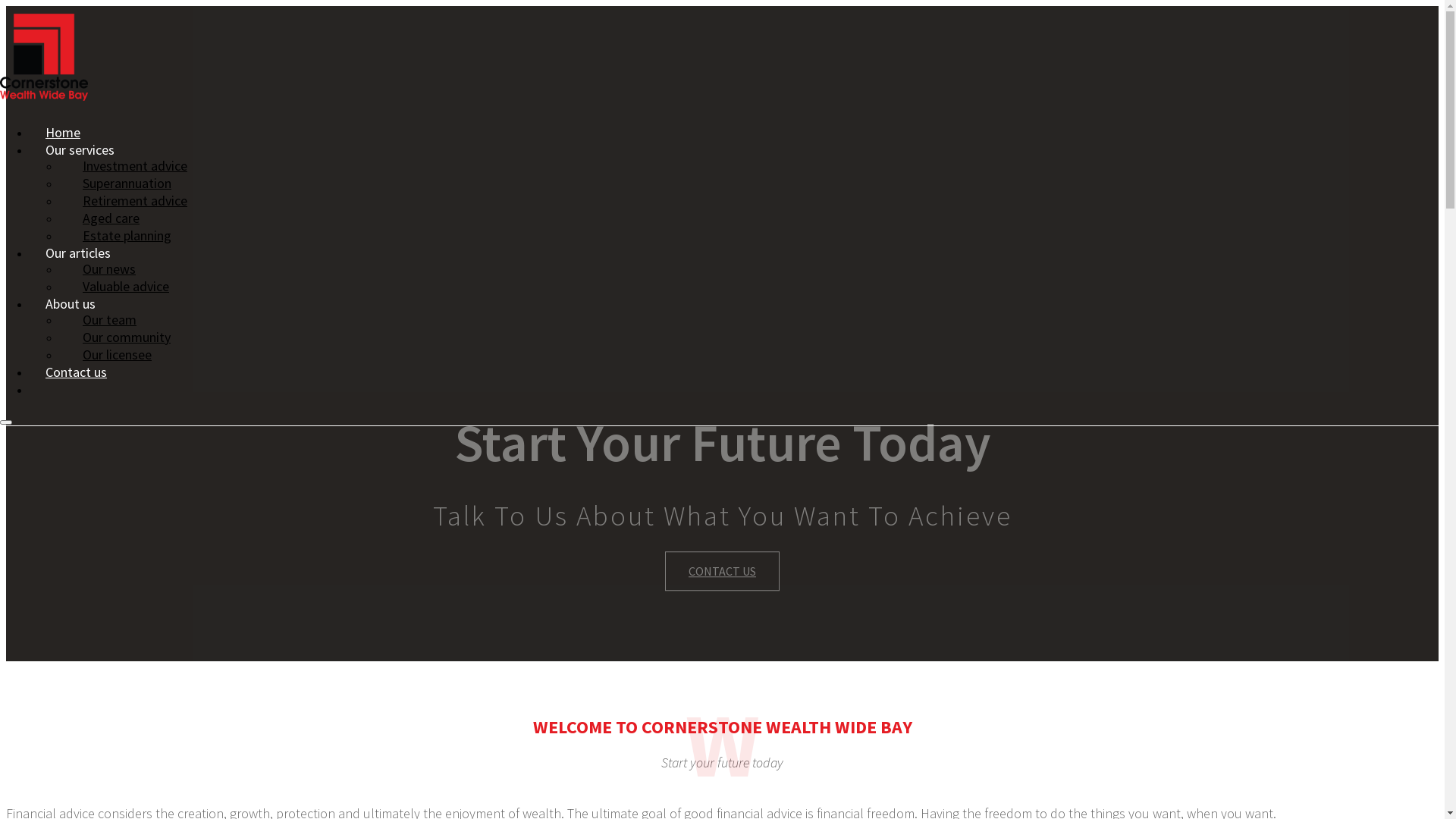  Describe the element at coordinates (59, 218) in the screenshot. I see `'Aged care'` at that location.